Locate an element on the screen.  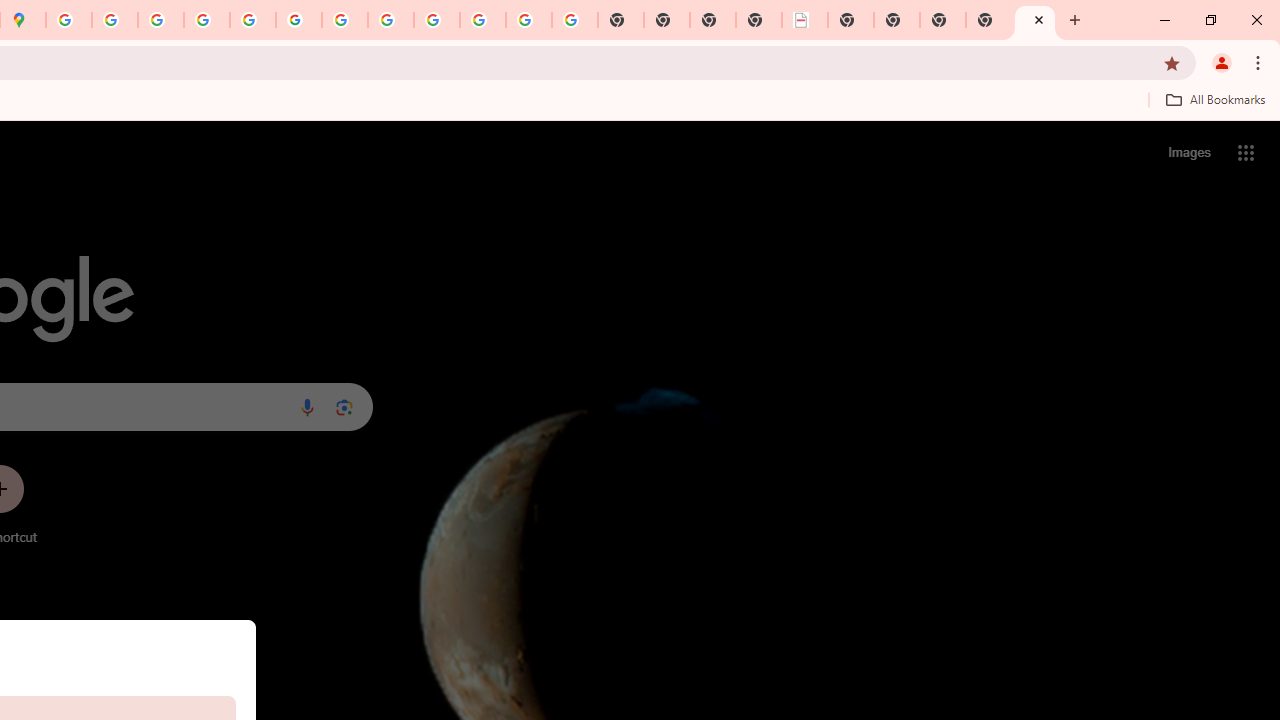
'New Tab' is located at coordinates (1035, 20).